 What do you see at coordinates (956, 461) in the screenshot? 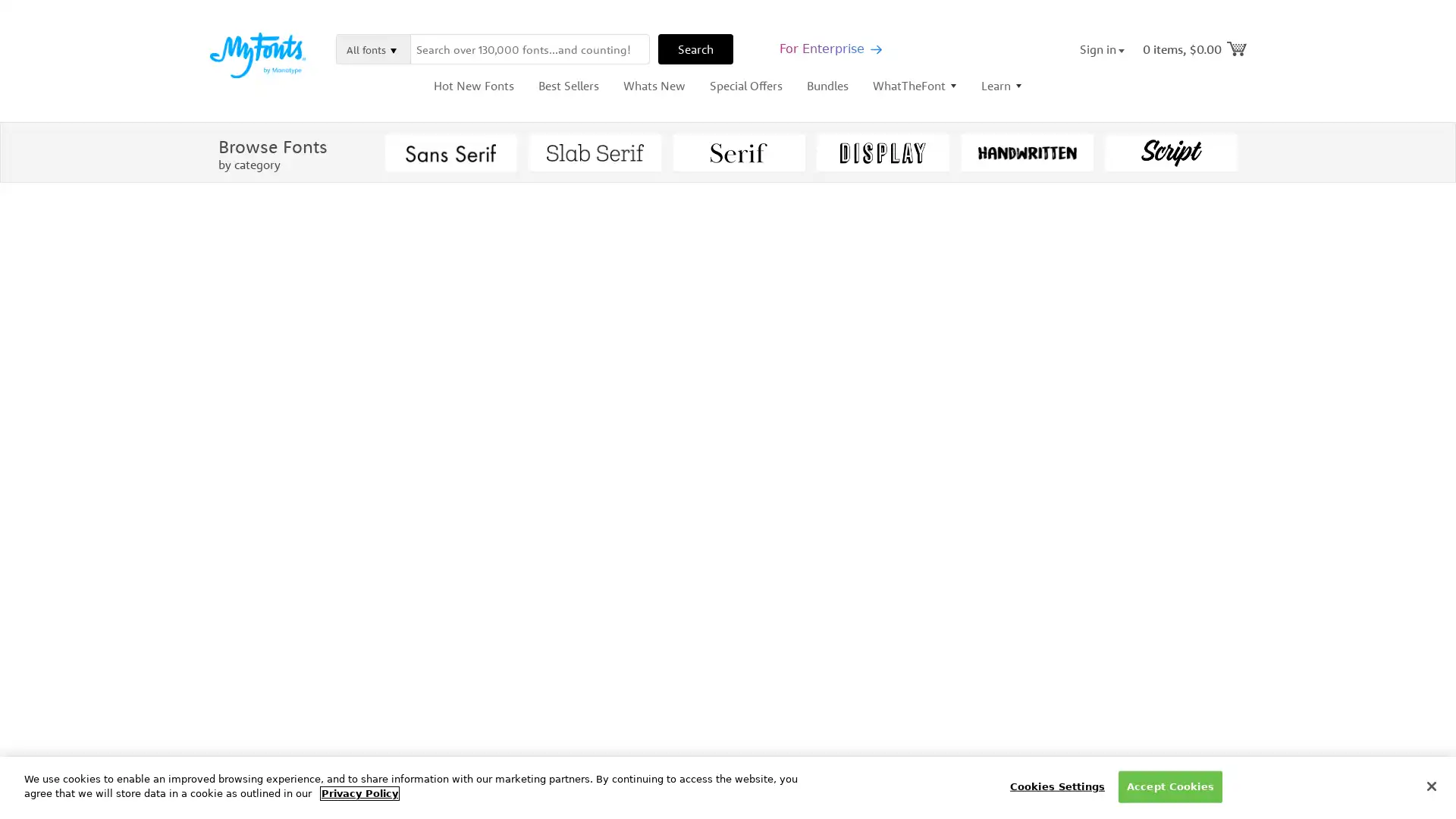
I see `Settings Menu` at bounding box center [956, 461].